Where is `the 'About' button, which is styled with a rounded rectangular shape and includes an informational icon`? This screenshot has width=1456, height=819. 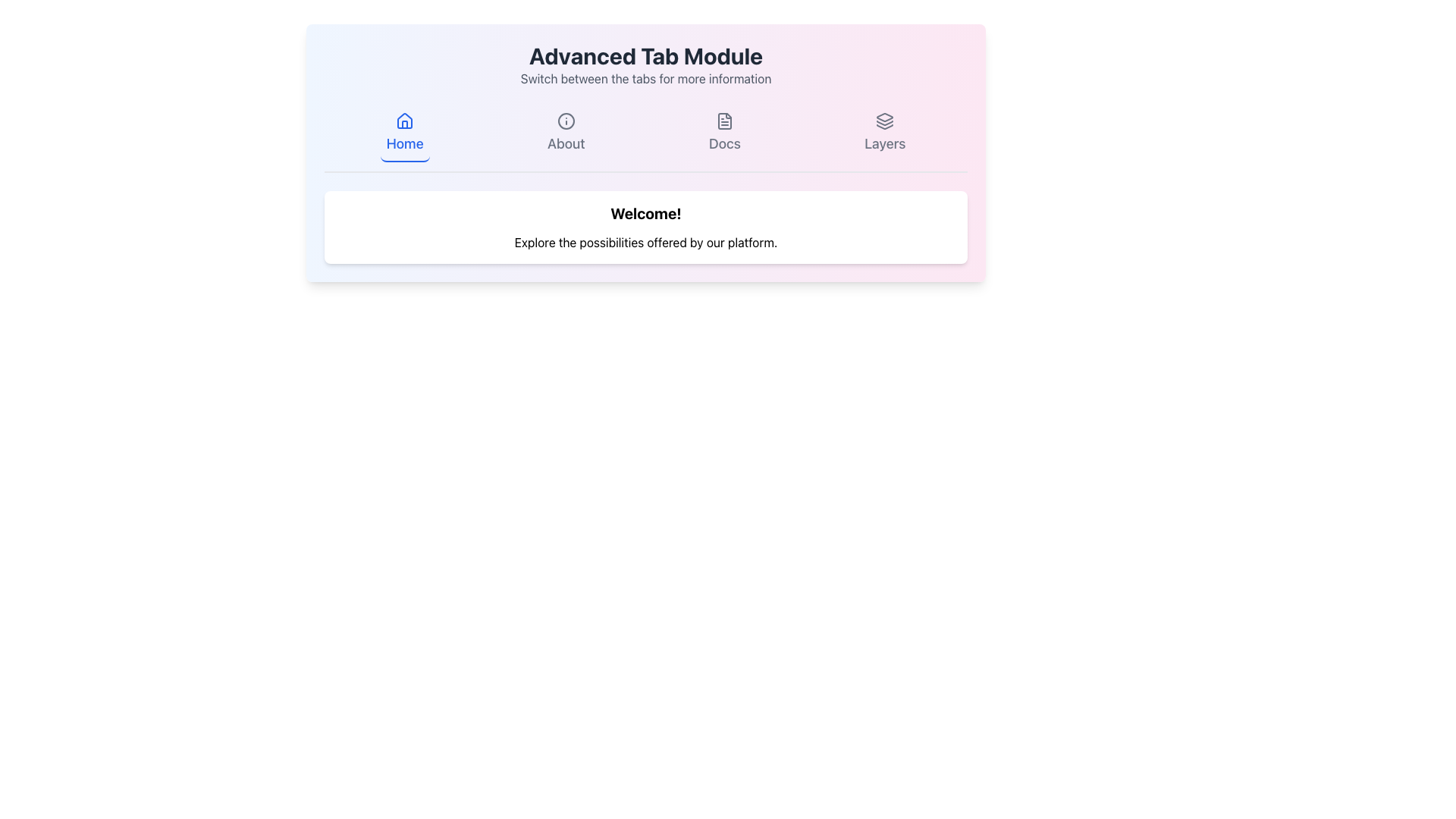
the 'About' button, which is styled with a rounded rectangular shape and includes an informational icon is located at coordinates (565, 133).